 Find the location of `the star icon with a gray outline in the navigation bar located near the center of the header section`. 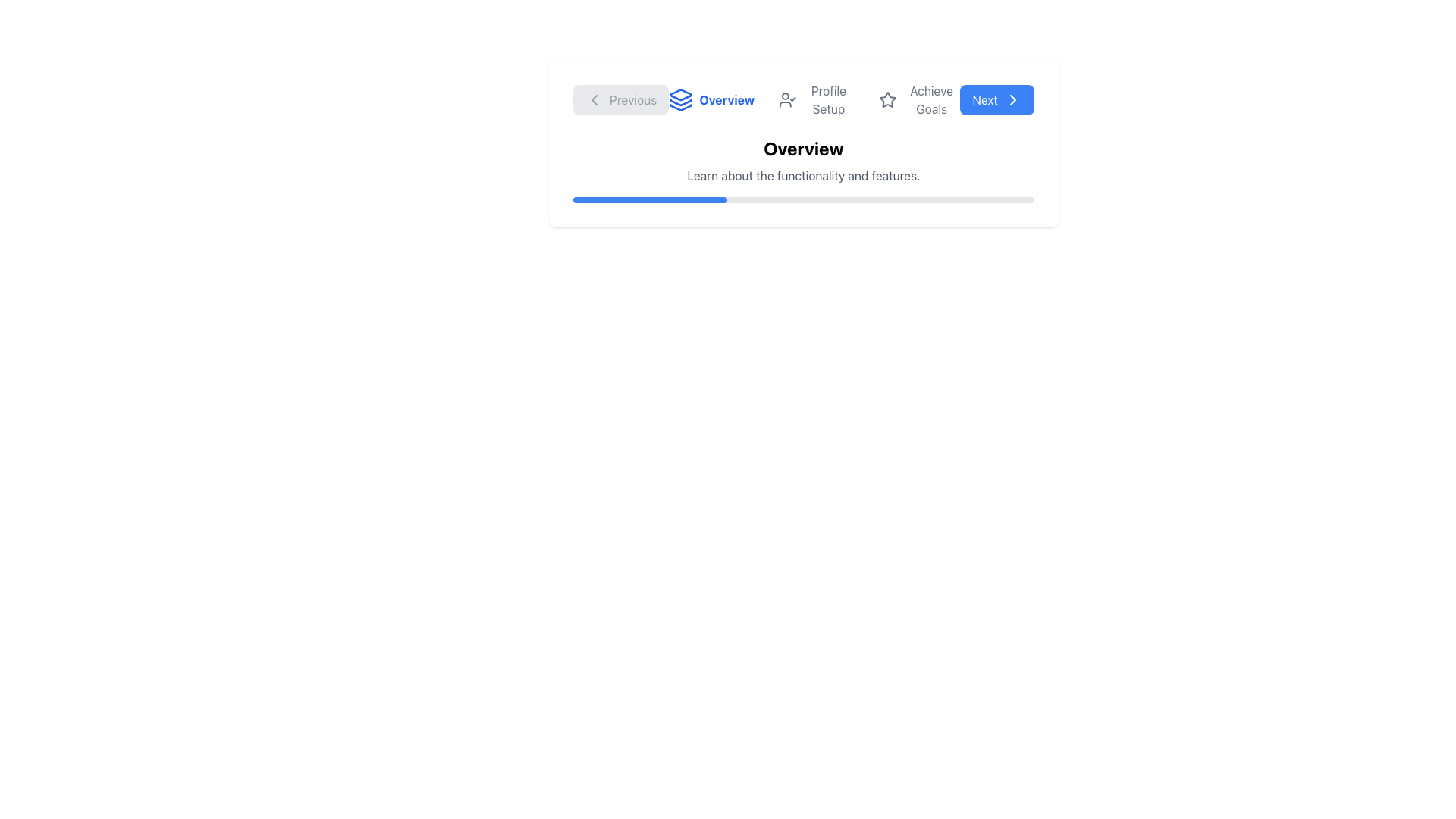

the star icon with a gray outline in the navigation bar located near the center of the header section is located at coordinates (888, 99).